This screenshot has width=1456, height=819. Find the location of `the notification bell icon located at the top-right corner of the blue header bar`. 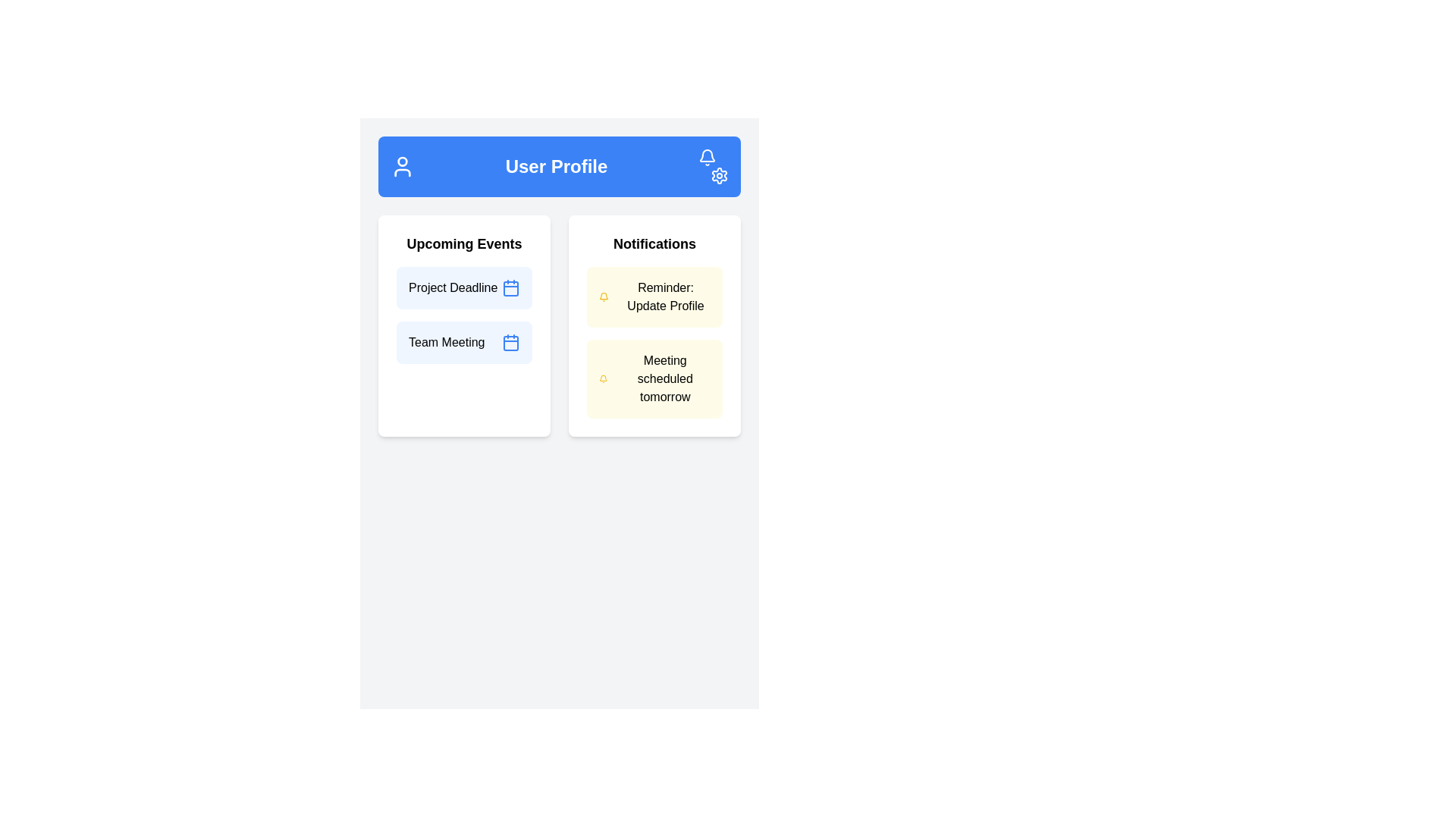

the notification bell icon located at the top-right corner of the blue header bar is located at coordinates (706, 158).